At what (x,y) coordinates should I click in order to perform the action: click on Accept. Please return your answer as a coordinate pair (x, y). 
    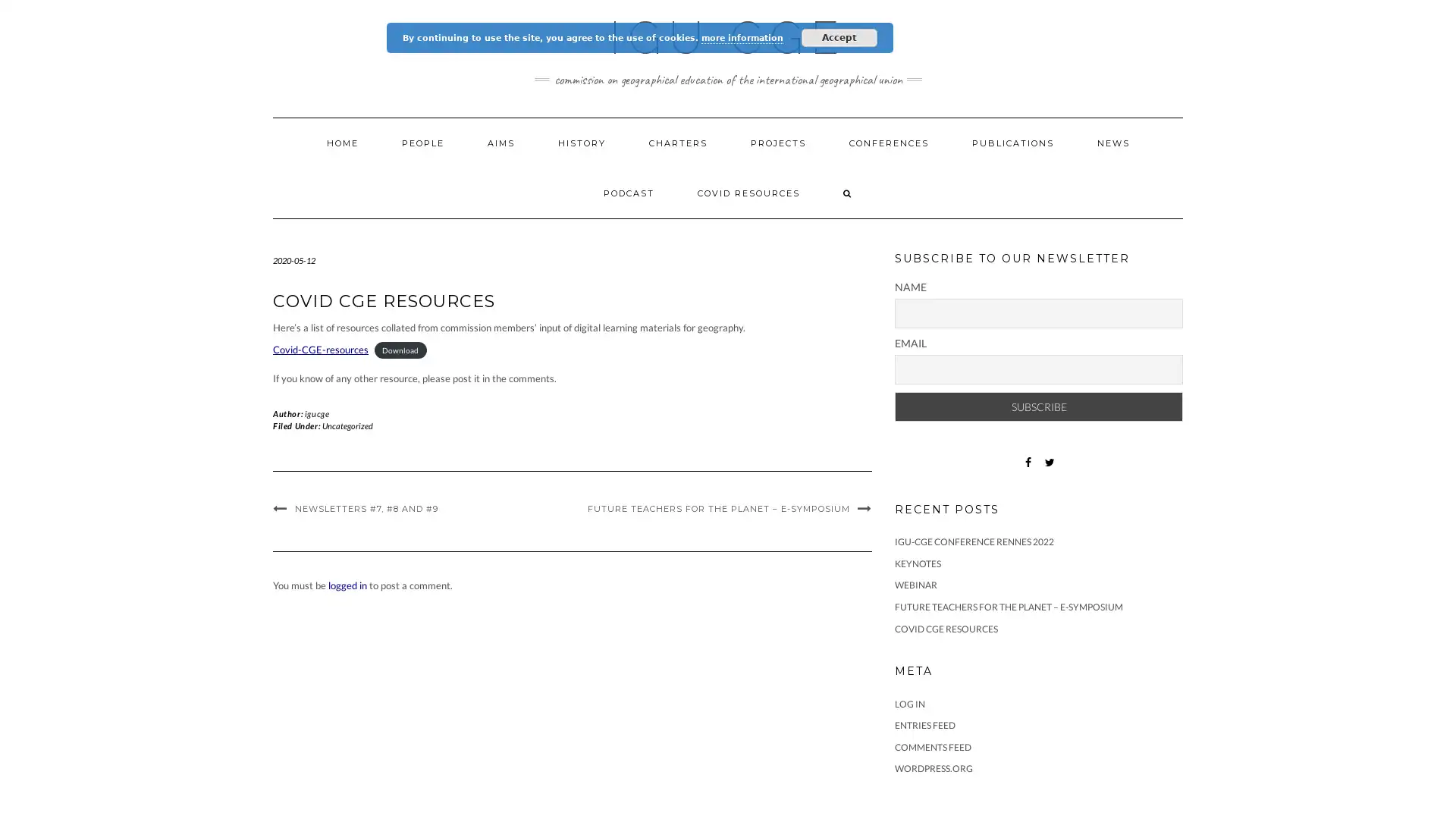
    Looking at the image, I should click on (839, 37).